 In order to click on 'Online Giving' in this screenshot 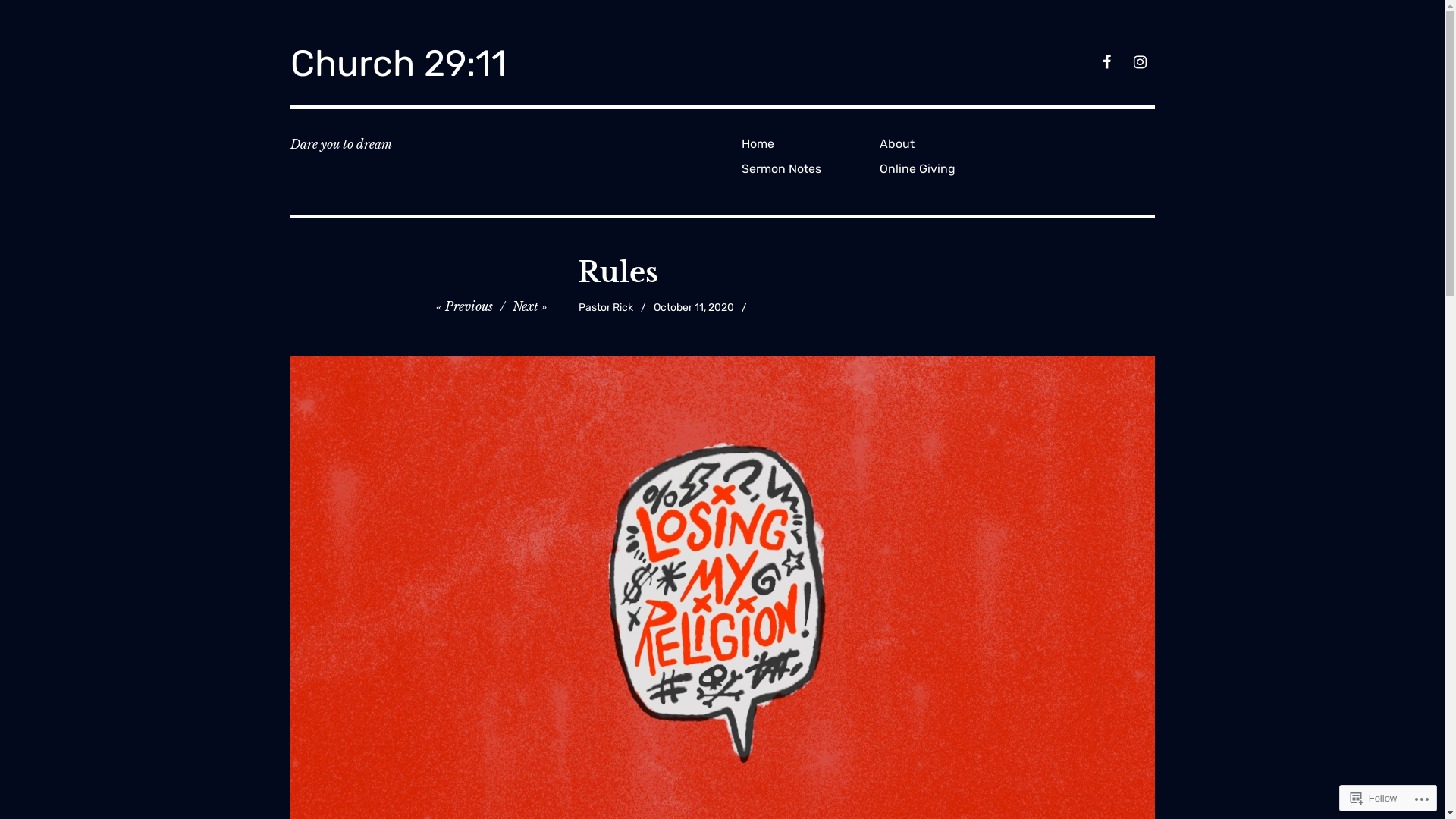, I will do `click(942, 168)`.